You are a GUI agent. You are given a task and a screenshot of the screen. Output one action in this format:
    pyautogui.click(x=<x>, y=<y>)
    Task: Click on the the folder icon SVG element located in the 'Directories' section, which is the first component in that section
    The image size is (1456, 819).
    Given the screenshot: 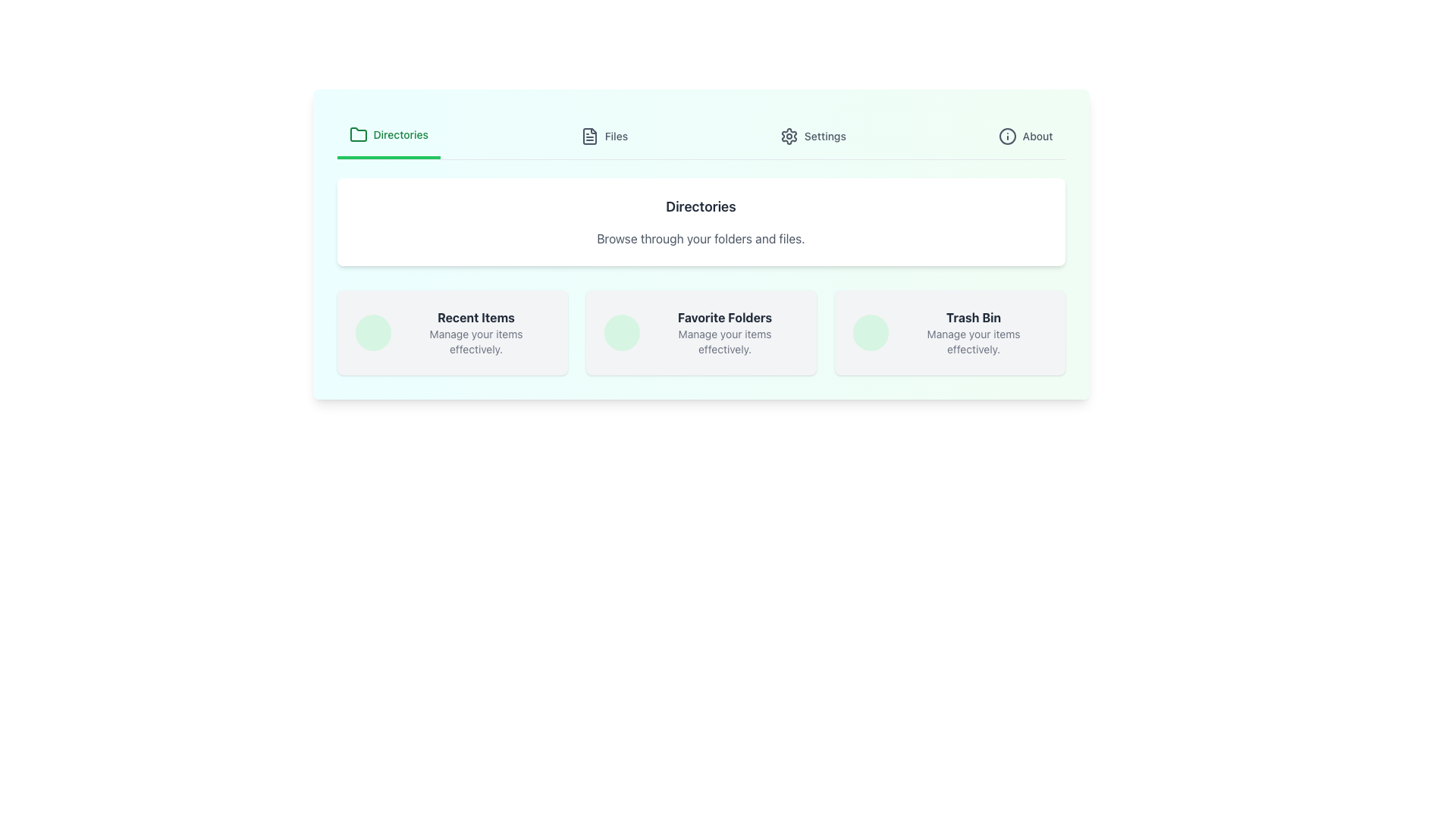 What is the action you would take?
    pyautogui.click(x=357, y=133)
    